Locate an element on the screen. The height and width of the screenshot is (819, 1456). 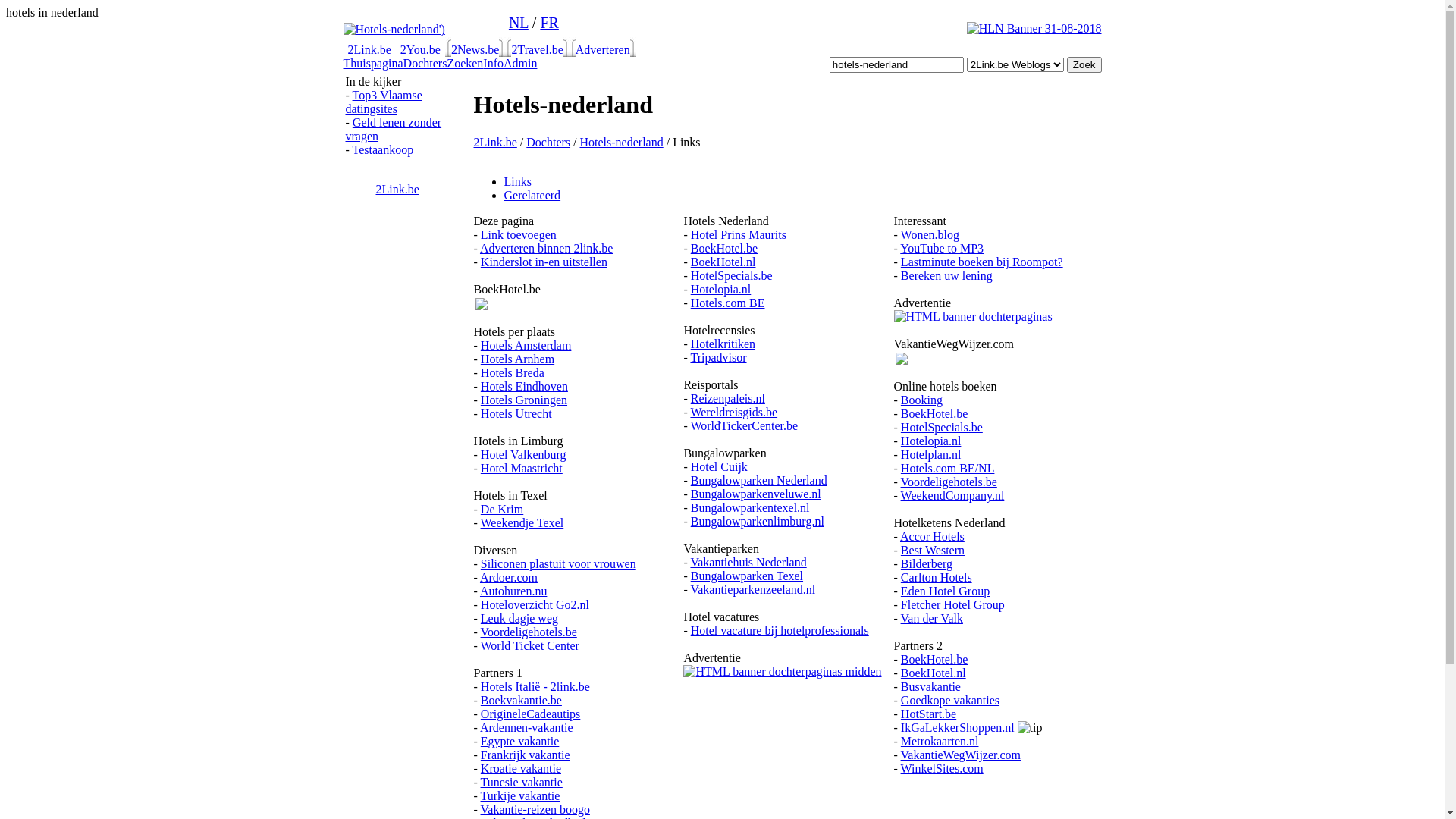
'Voordeligehotels.be' is located at coordinates (529, 632).